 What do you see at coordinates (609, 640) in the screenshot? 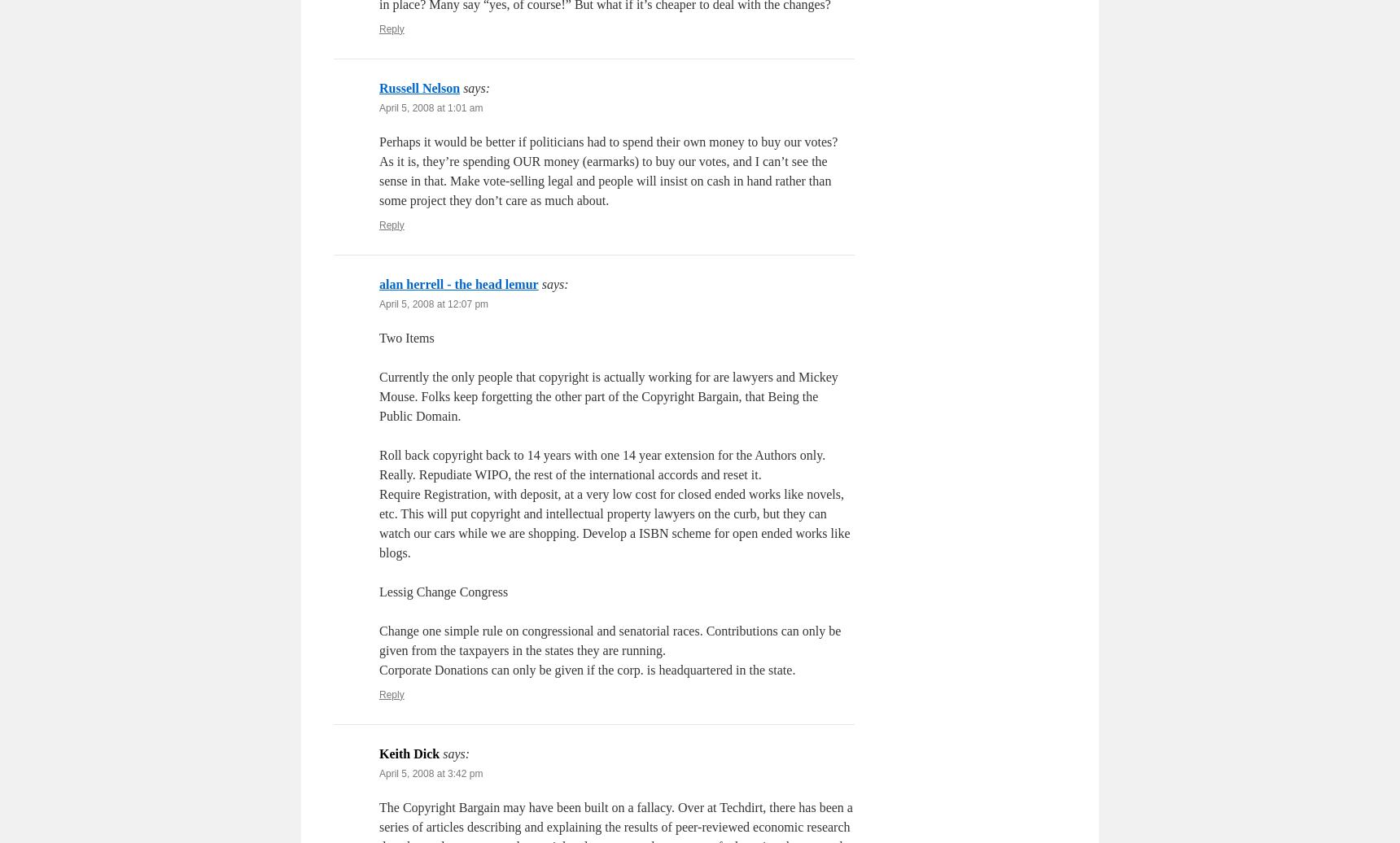
I see `'Change one simple rule on congressional and senatorial races. Contributions can only be given from the taxpayers in the states they are running.'` at bounding box center [609, 640].